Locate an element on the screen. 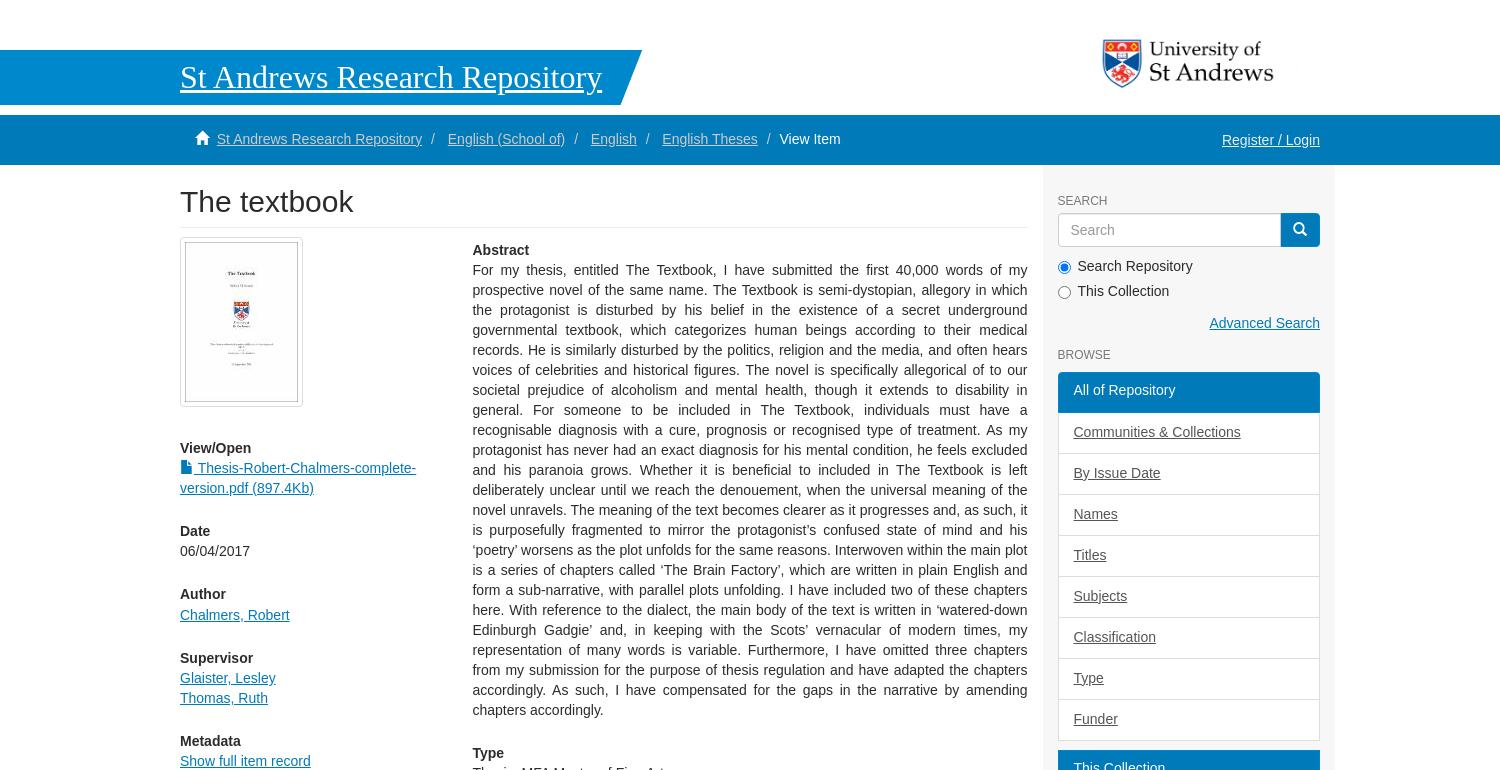 This screenshot has width=1500, height=770. 'Show full item record' is located at coordinates (243, 759).